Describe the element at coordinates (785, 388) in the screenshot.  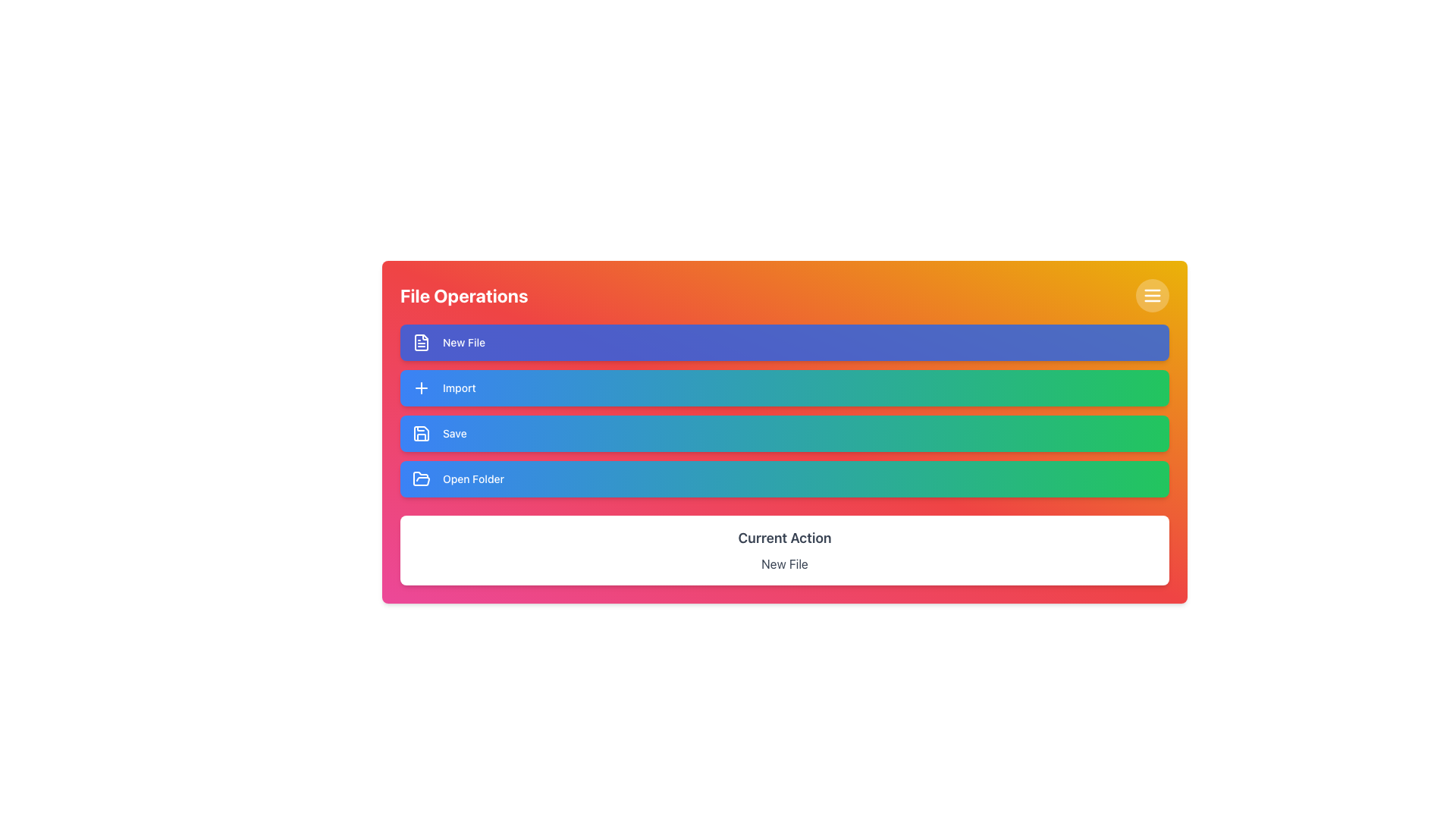
I see `the 'Import' button, which is the second button in the 'File Operations' section, to observe any hover effects` at that location.